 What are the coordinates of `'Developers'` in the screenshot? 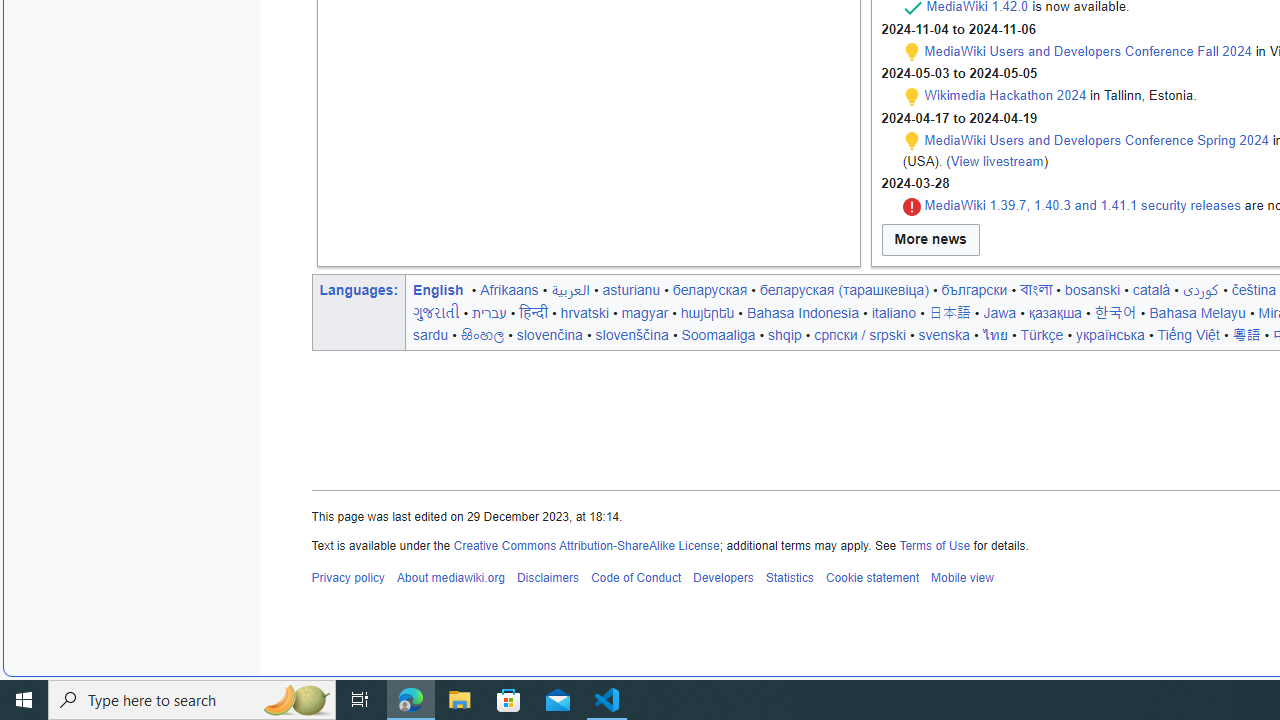 It's located at (722, 578).